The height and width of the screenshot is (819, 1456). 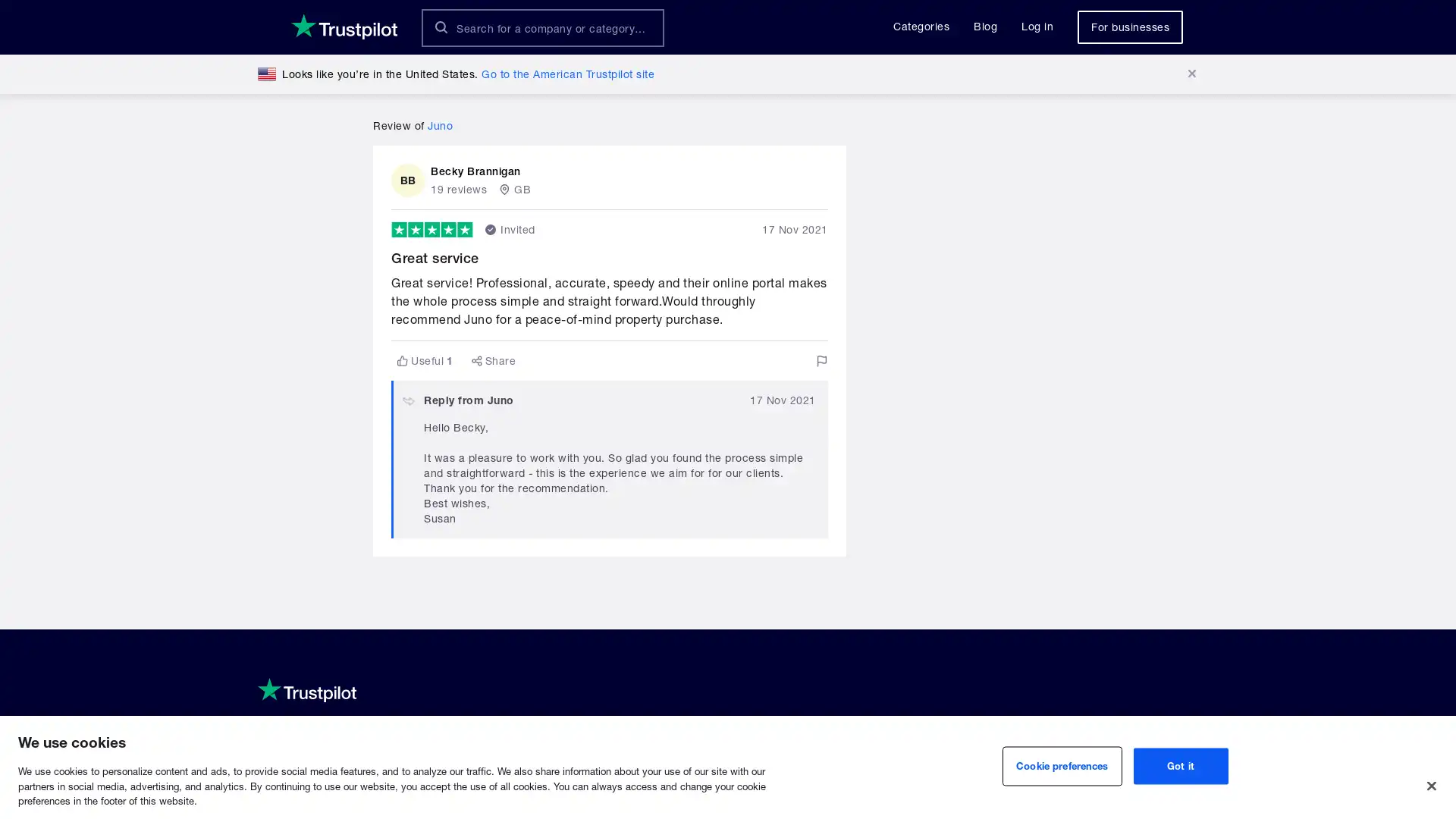 I want to click on Close, so click(x=1430, y=785).